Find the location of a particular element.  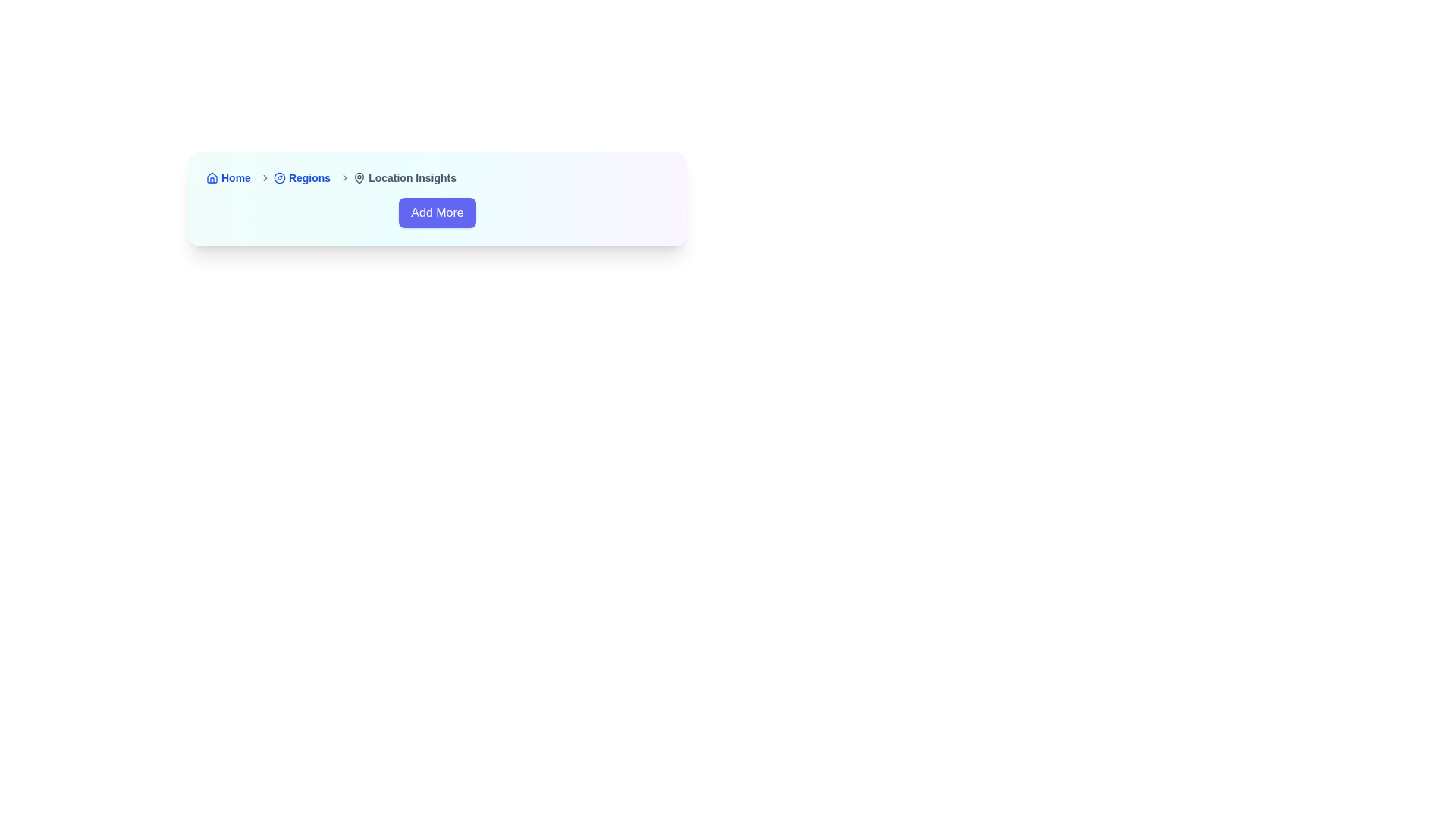

the 'Regions' breadcrumb navigation link, which is styled with bold, blue text and has a compass icon to its left is located at coordinates (293, 177).